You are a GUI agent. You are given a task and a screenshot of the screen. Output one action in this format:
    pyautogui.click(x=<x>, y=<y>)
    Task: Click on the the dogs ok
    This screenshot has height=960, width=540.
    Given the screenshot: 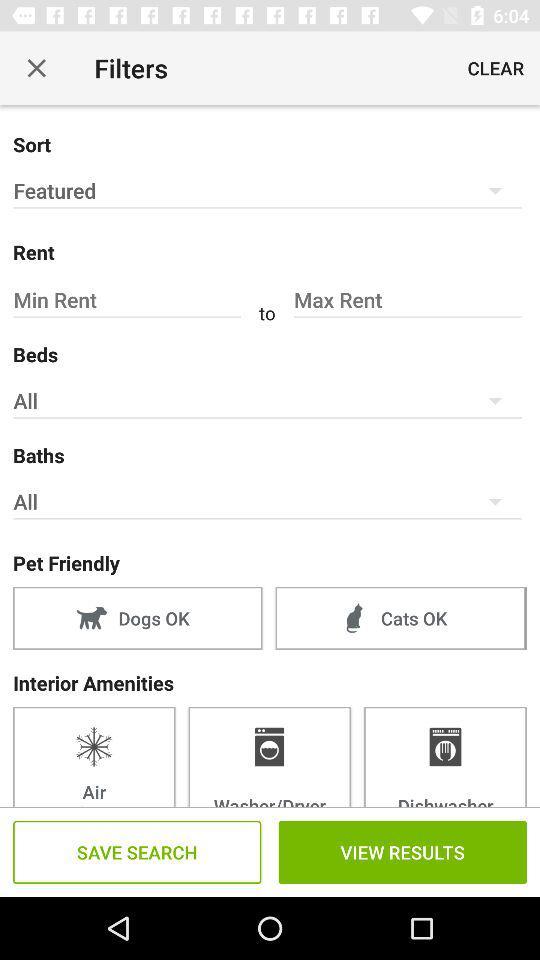 What is the action you would take?
    pyautogui.click(x=136, y=617)
    